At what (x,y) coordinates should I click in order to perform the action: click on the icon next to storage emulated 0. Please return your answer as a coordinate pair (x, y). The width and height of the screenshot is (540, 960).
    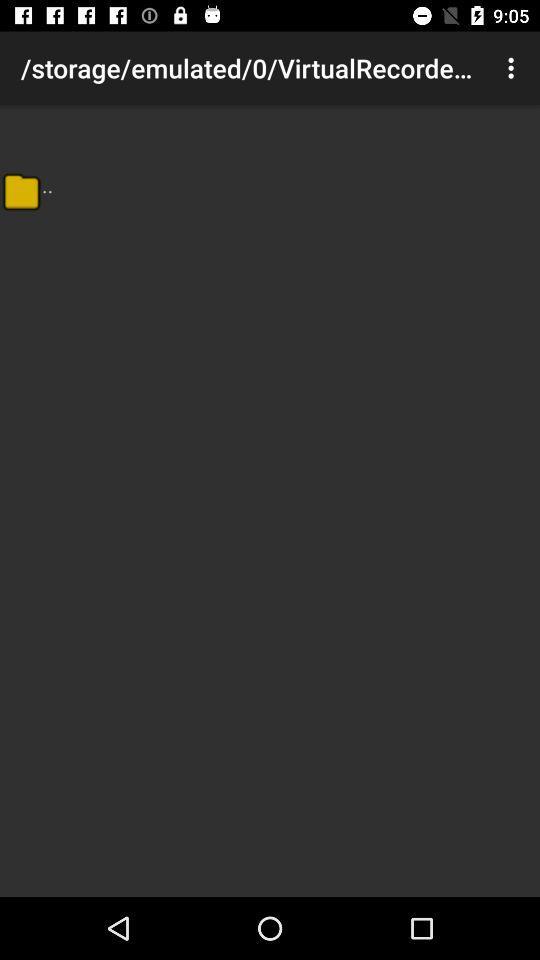
    Looking at the image, I should click on (513, 68).